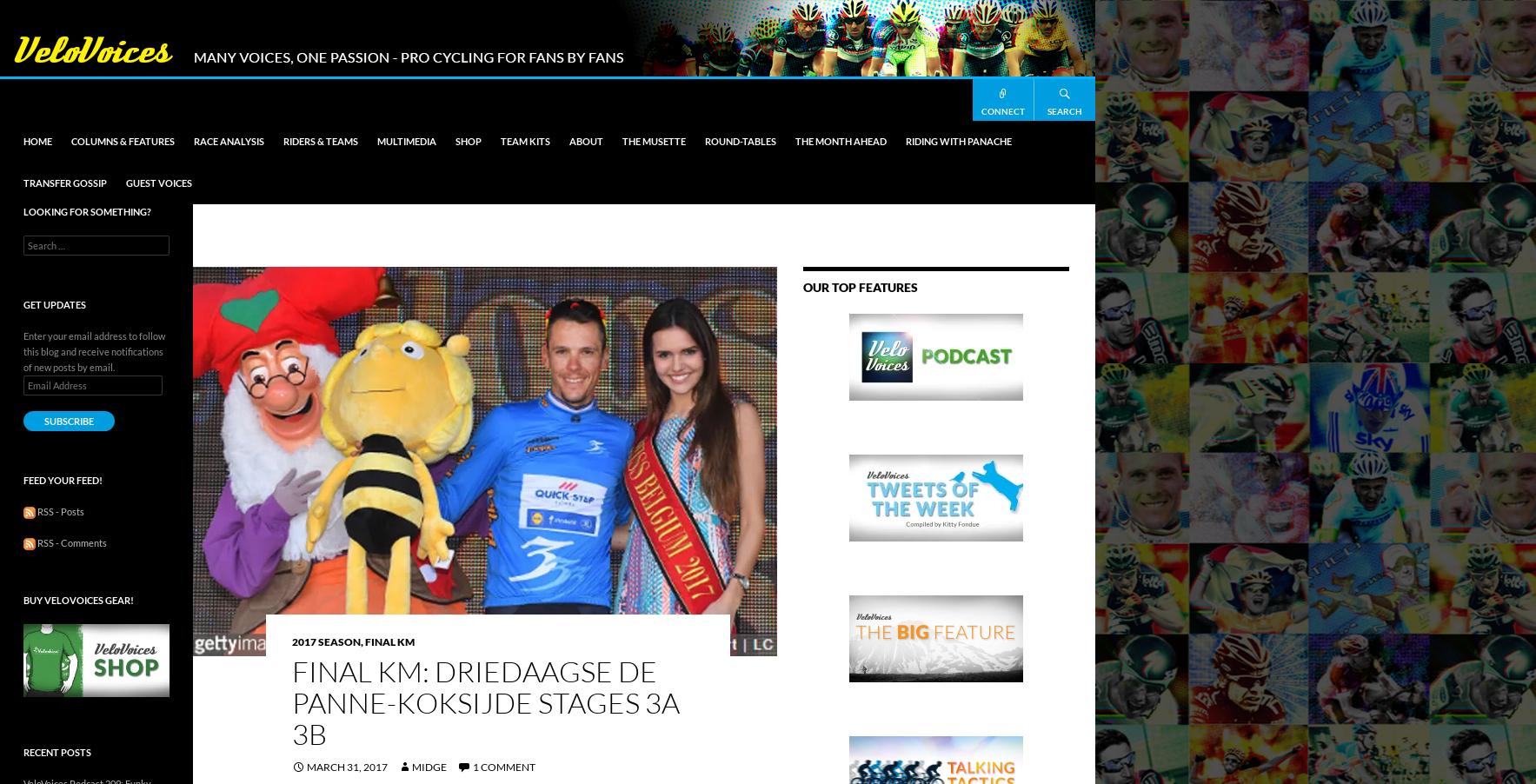 The height and width of the screenshot is (784, 1536). What do you see at coordinates (307, 767) in the screenshot?
I see `'March 31, 2017'` at bounding box center [307, 767].